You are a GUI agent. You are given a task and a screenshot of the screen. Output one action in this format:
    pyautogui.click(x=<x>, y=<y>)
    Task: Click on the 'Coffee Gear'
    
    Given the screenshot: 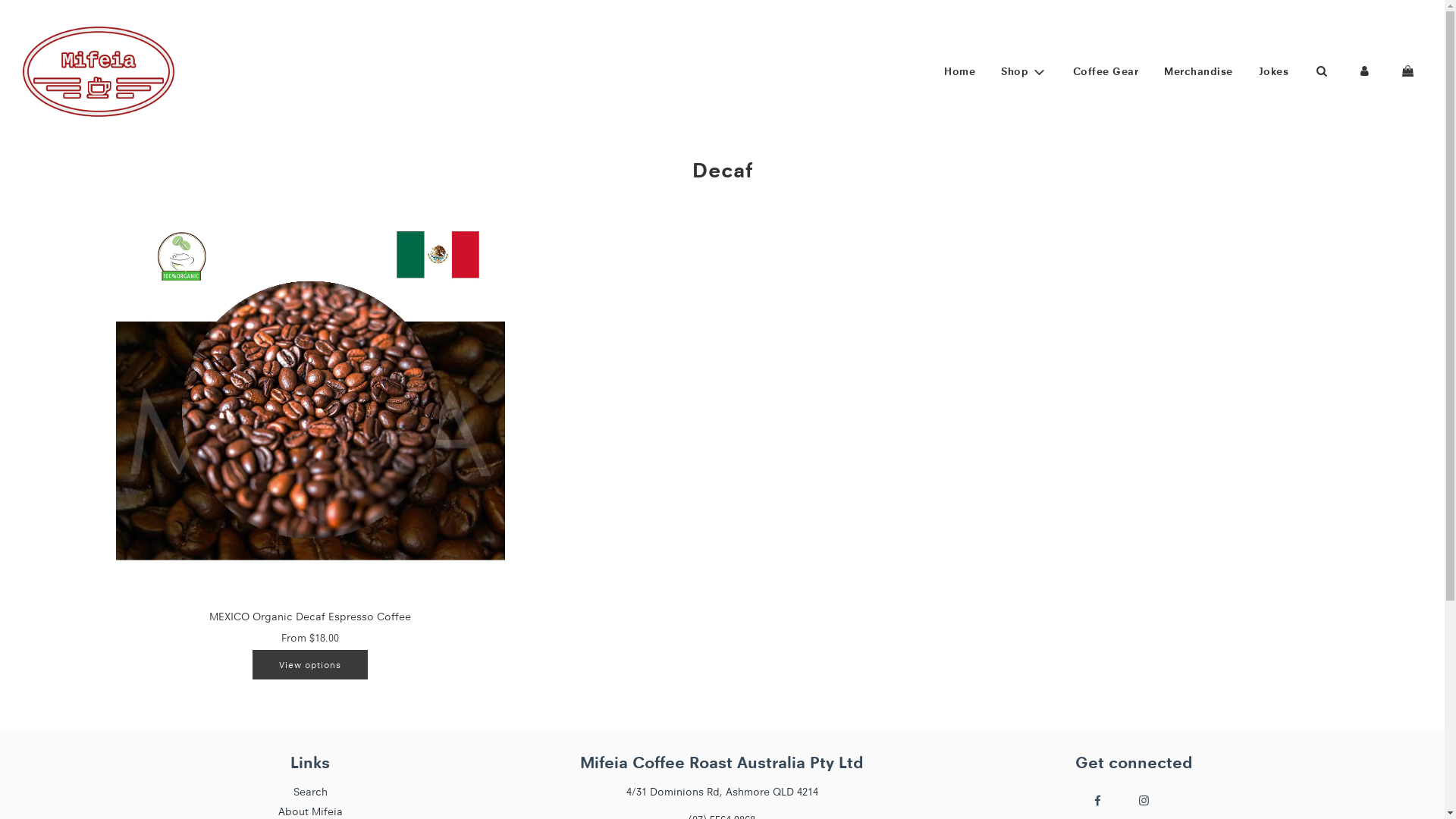 What is the action you would take?
    pyautogui.click(x=1106, y=71)
    